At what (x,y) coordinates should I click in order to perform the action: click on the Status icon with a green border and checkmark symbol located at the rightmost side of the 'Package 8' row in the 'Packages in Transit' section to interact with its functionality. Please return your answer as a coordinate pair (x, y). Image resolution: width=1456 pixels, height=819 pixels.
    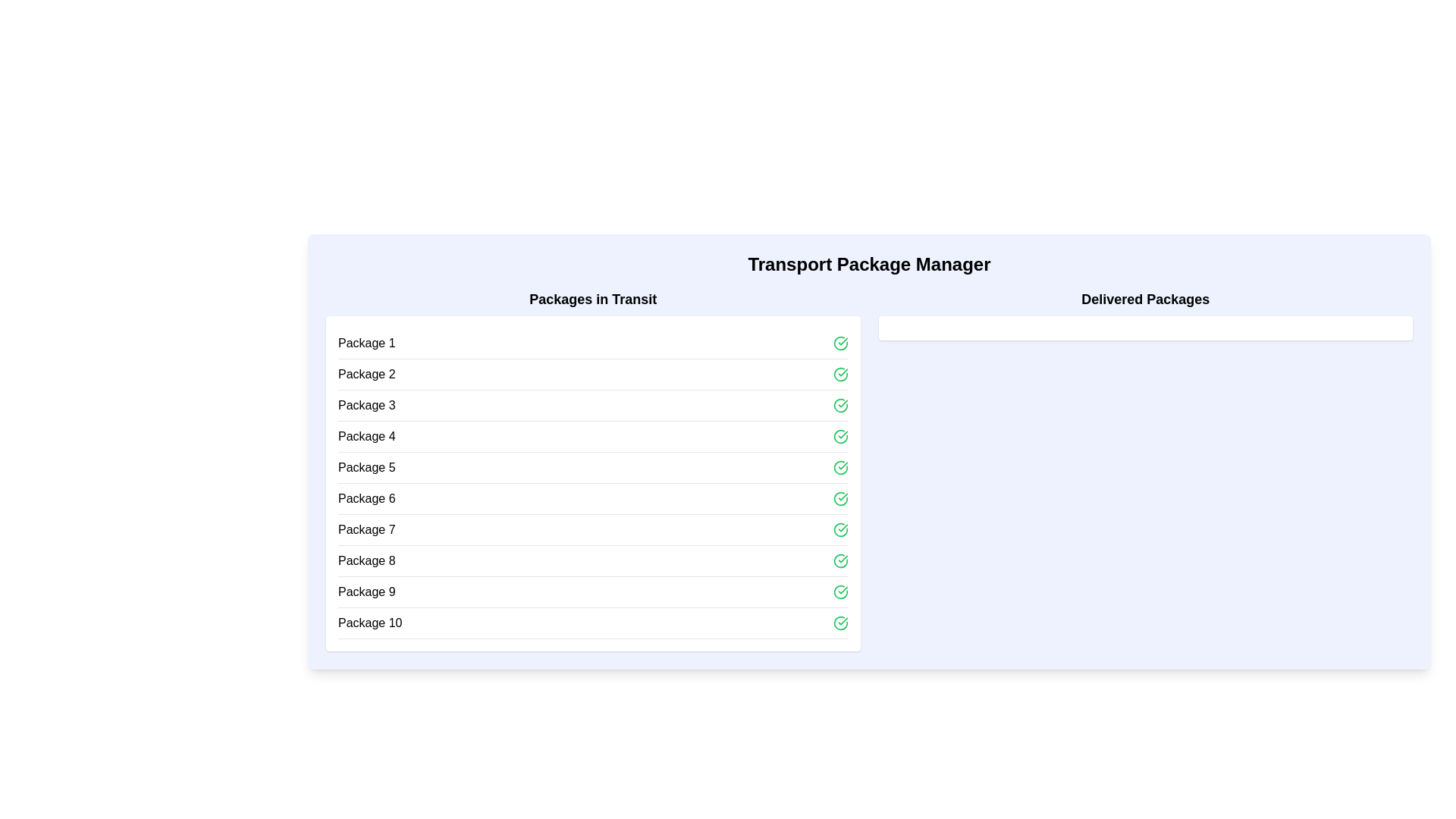
    Looking at the image, I should click on (839, 561).